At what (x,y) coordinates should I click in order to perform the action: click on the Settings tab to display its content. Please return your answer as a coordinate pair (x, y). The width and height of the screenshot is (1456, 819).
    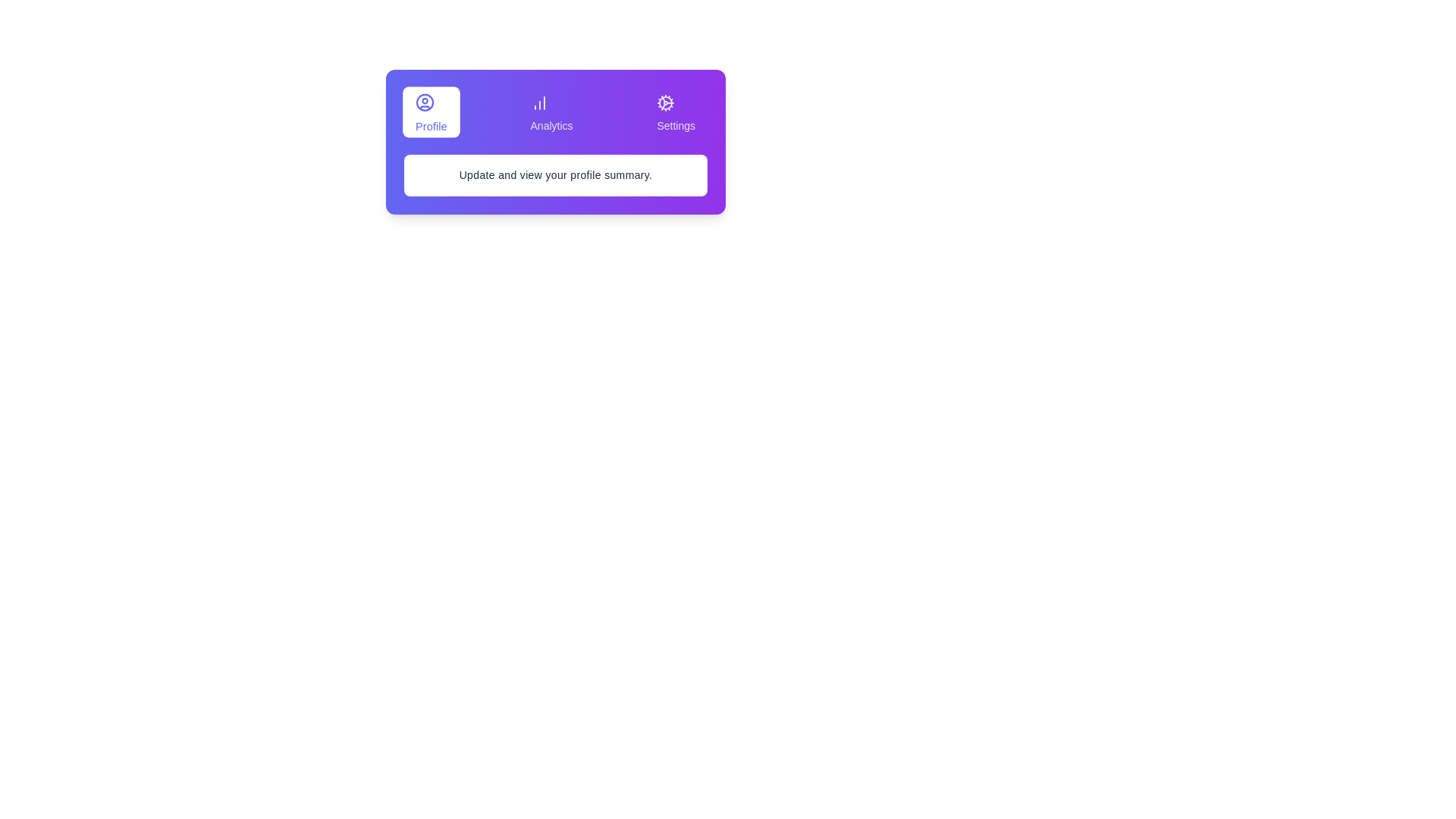
    Looking at the image, I should click on (675, 111).